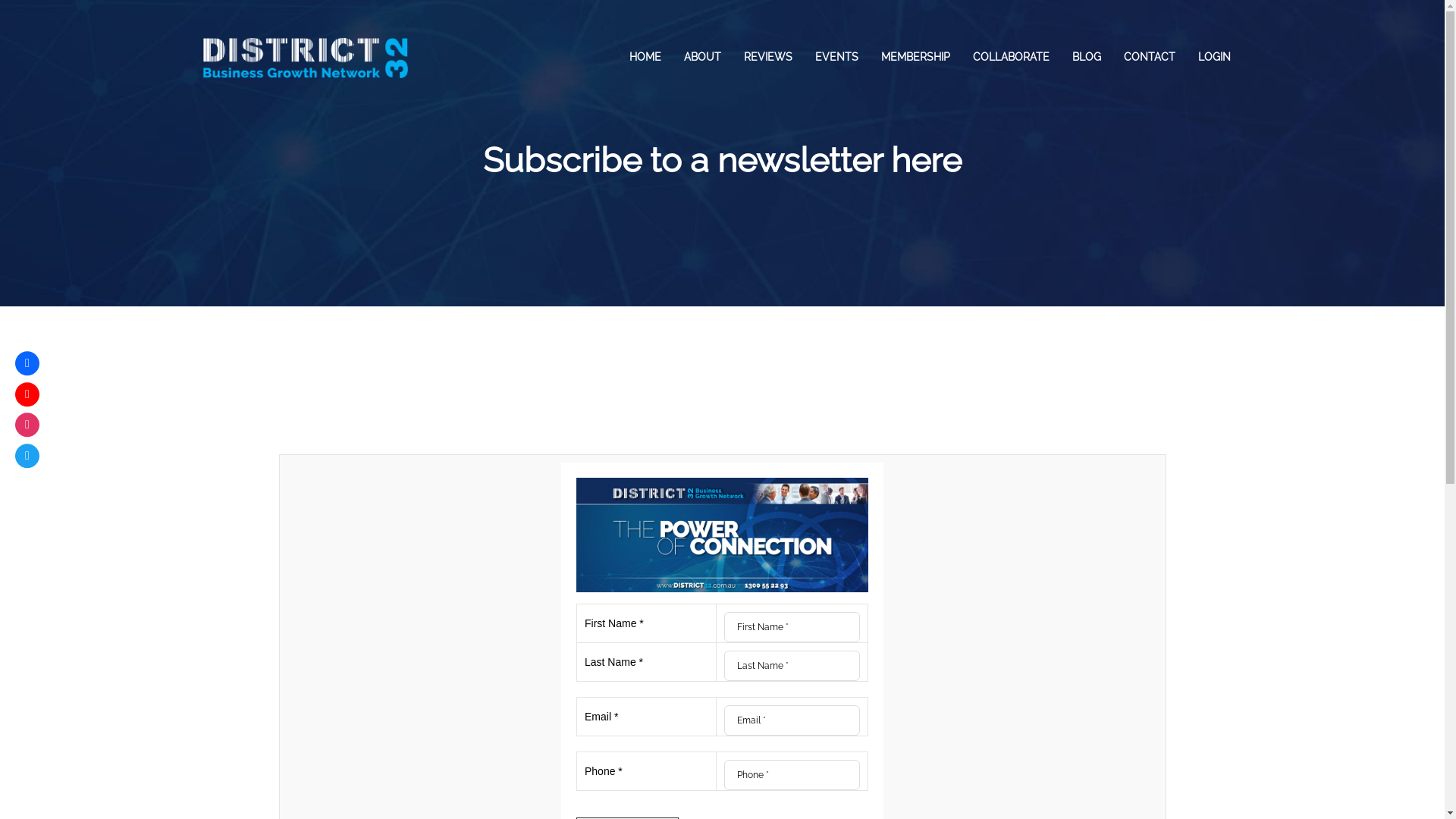 Image resolution: width=1456 pixels, height=819 pixels. Describe the element at coordinates (27, 394) in the screenshot. I see `'Youtube'` at that location.